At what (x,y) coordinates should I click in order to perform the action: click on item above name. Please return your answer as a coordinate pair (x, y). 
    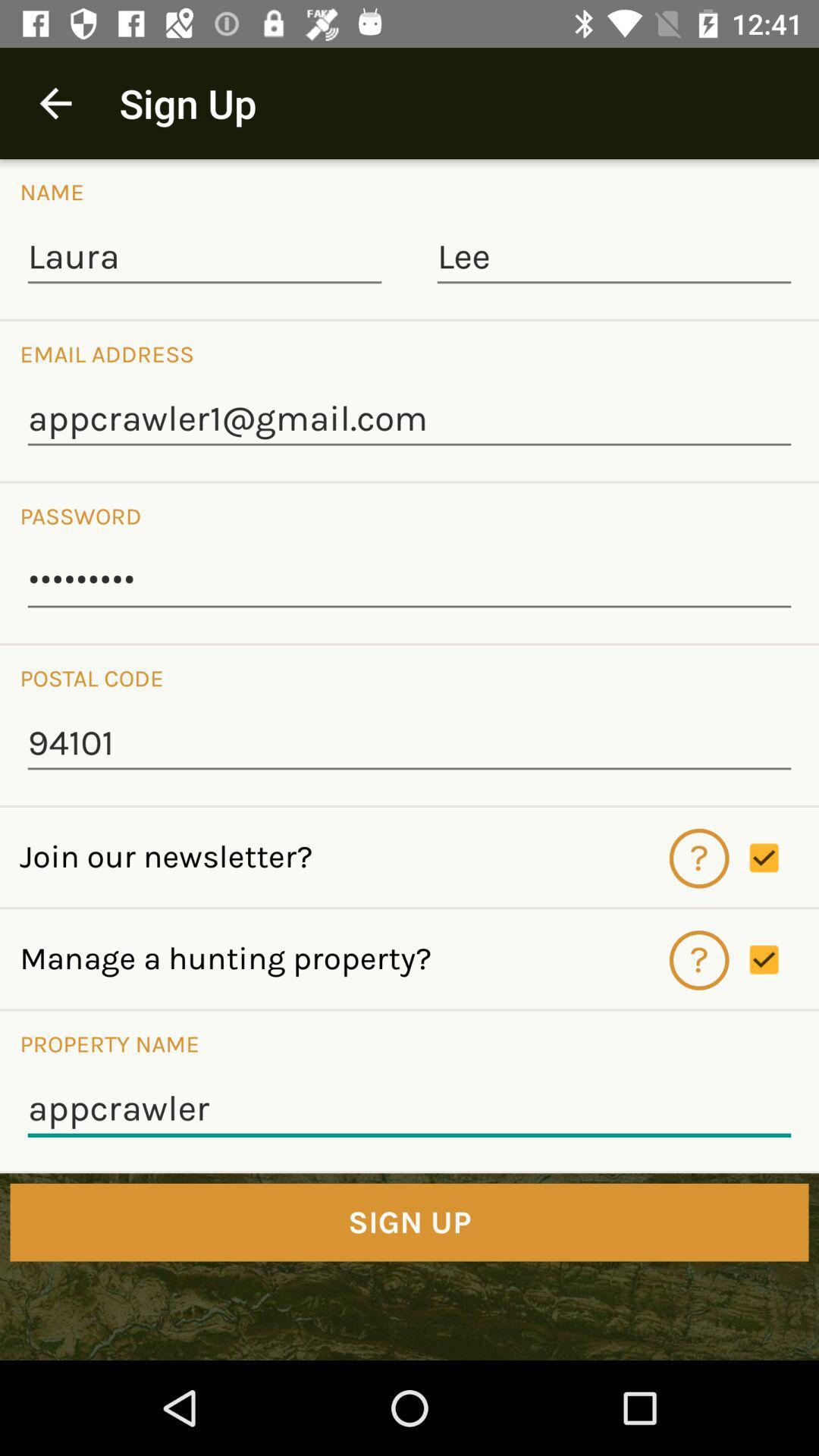
    Looking at the image, I should click on (55, 102).